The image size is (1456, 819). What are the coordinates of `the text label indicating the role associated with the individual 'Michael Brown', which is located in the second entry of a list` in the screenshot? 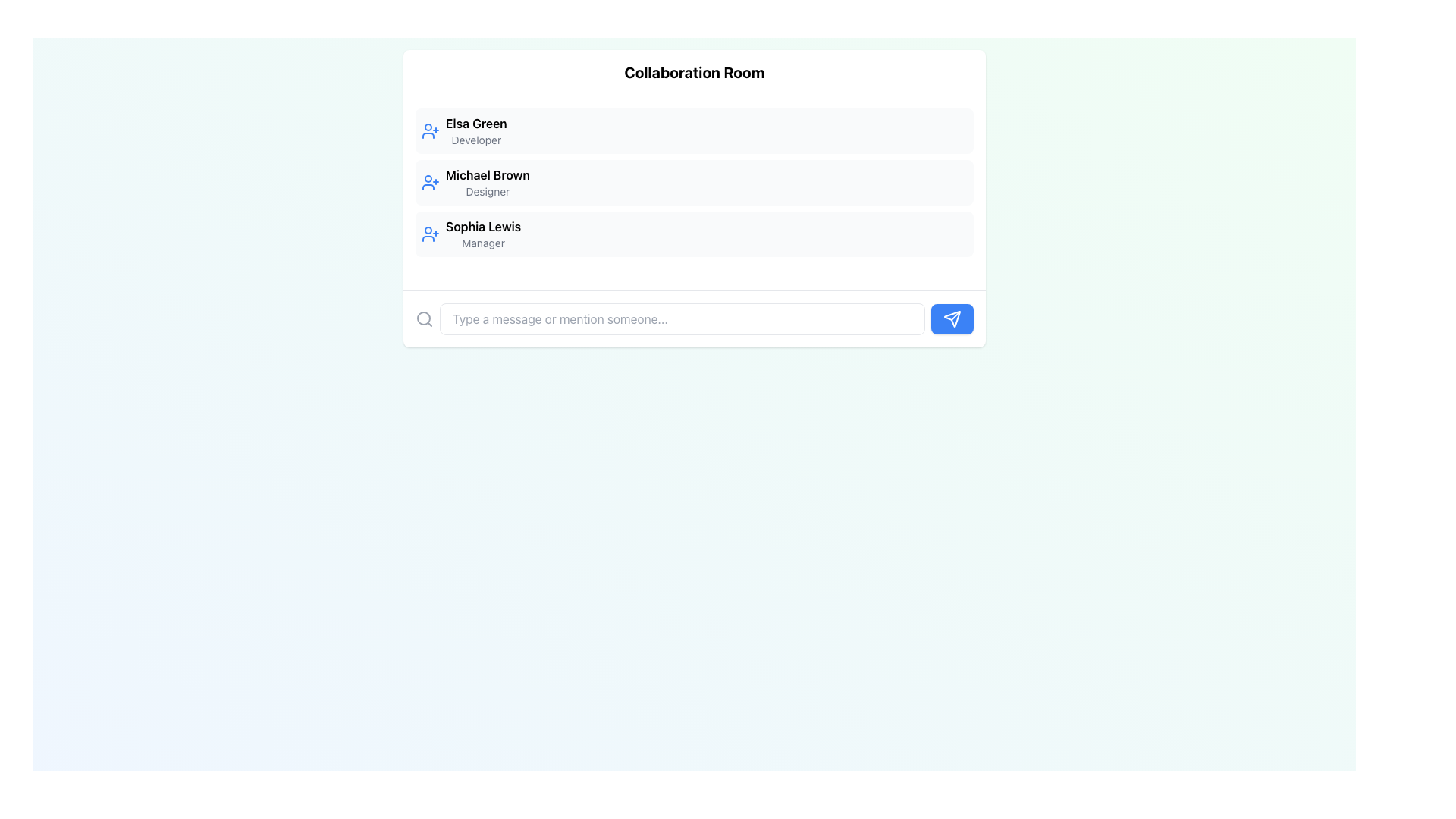 It's located at (488, 191).